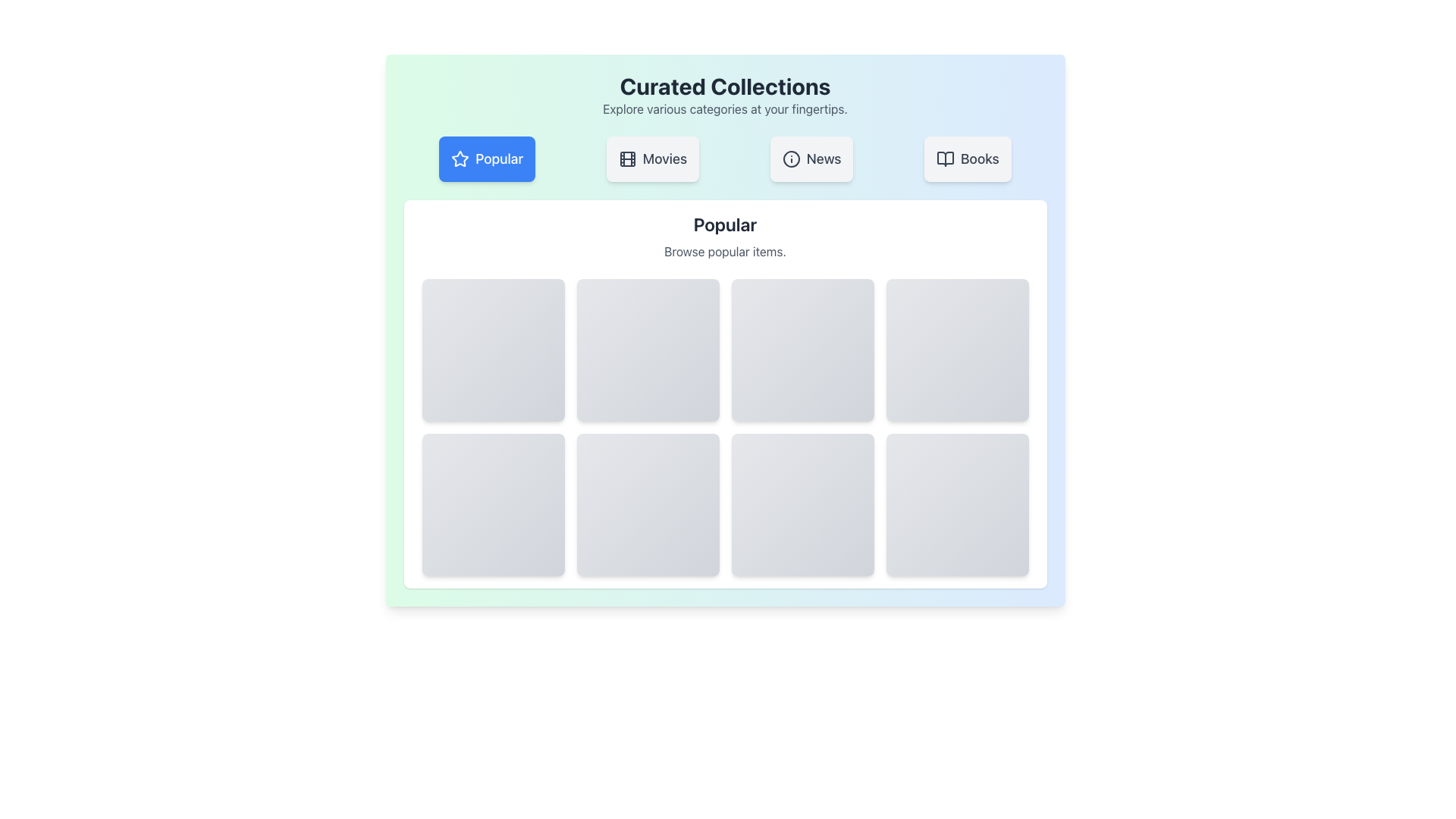 Image resolution: width=1456 pixels, height=819 pixels. What do you see at coordinates (724, 250) in the screenshot?
I see `the text label that contains 'Browse popular items.' which is positioned beneath the bold header 'Popular'` at bounding box center [724, 250].